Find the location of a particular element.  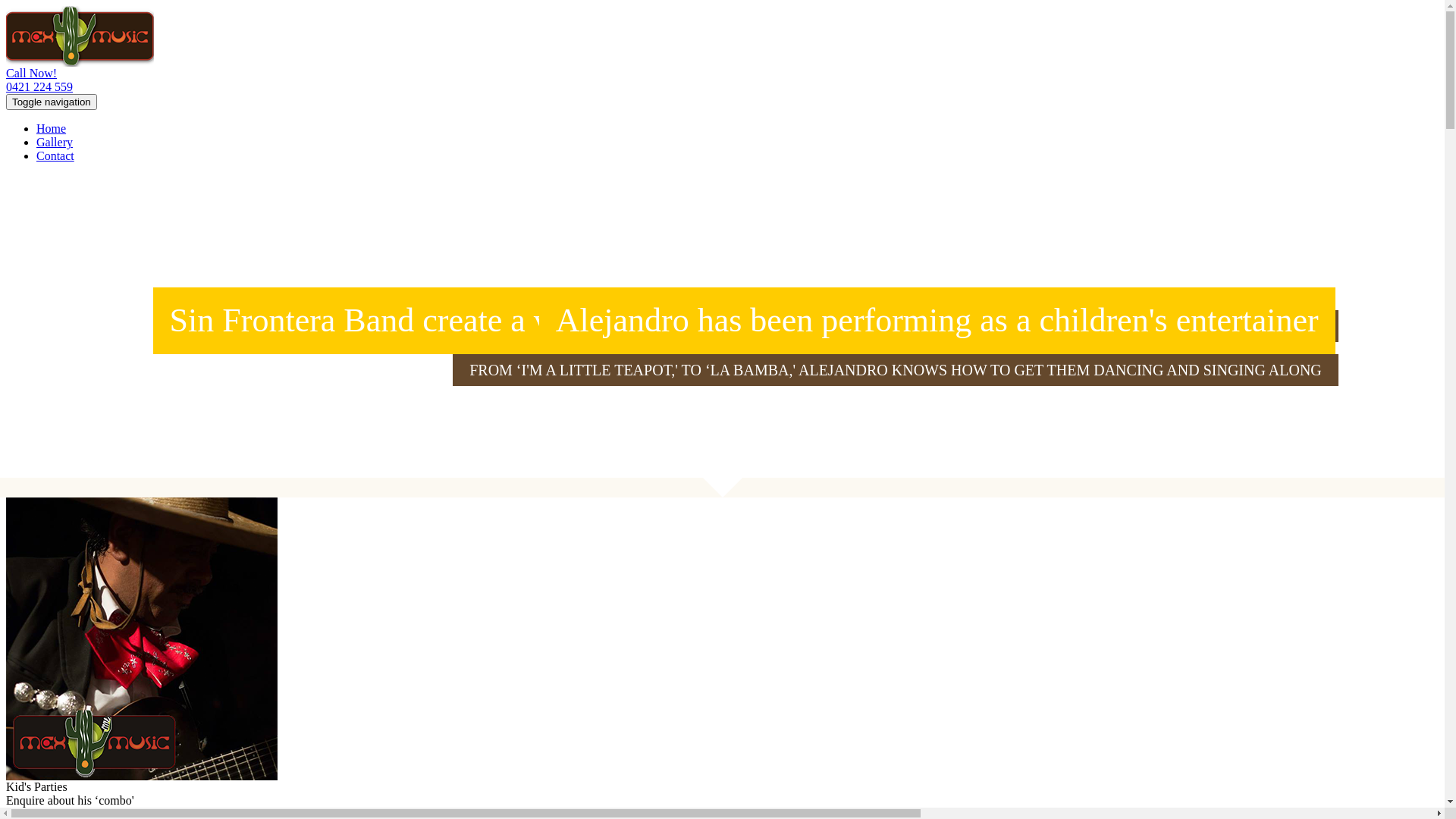

'Gallery' is located at coordinates (55, 142).